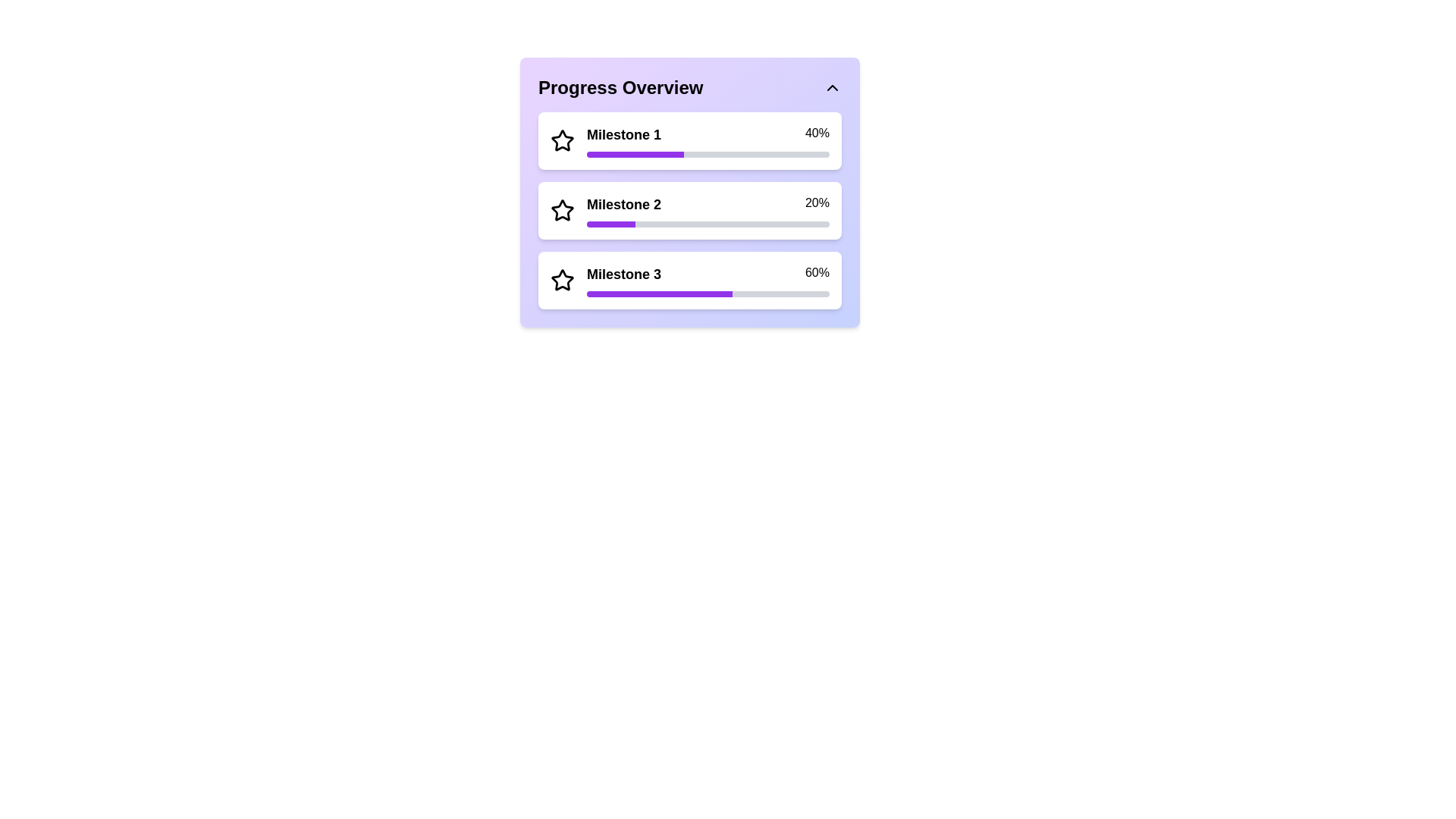 Image resolution: width=1456 pixels, height=819 pixels. What do you see at coordinates (832, 87) in the screenshot?
I see `the upward-pointing chevron toggle button located at the top-right corner of the 'Progress Overview' section header` at bounding box center [832, 87].